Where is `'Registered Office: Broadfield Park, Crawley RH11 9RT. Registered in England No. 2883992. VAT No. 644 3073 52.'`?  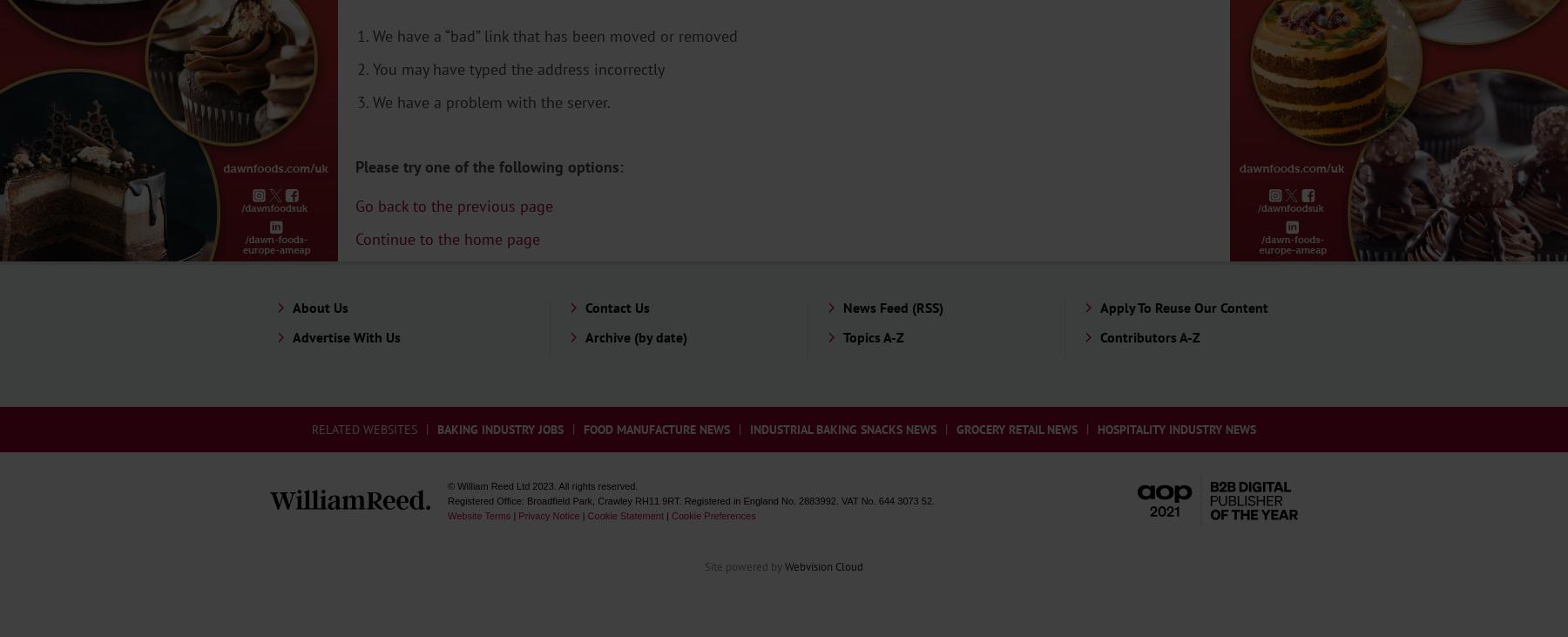
'Registered Office: Broadfield Park, Crawley RH11 9RT. Registered in England No. 2883992. VAT No. 644 3073 52.' is located at coordinates (691, 500).